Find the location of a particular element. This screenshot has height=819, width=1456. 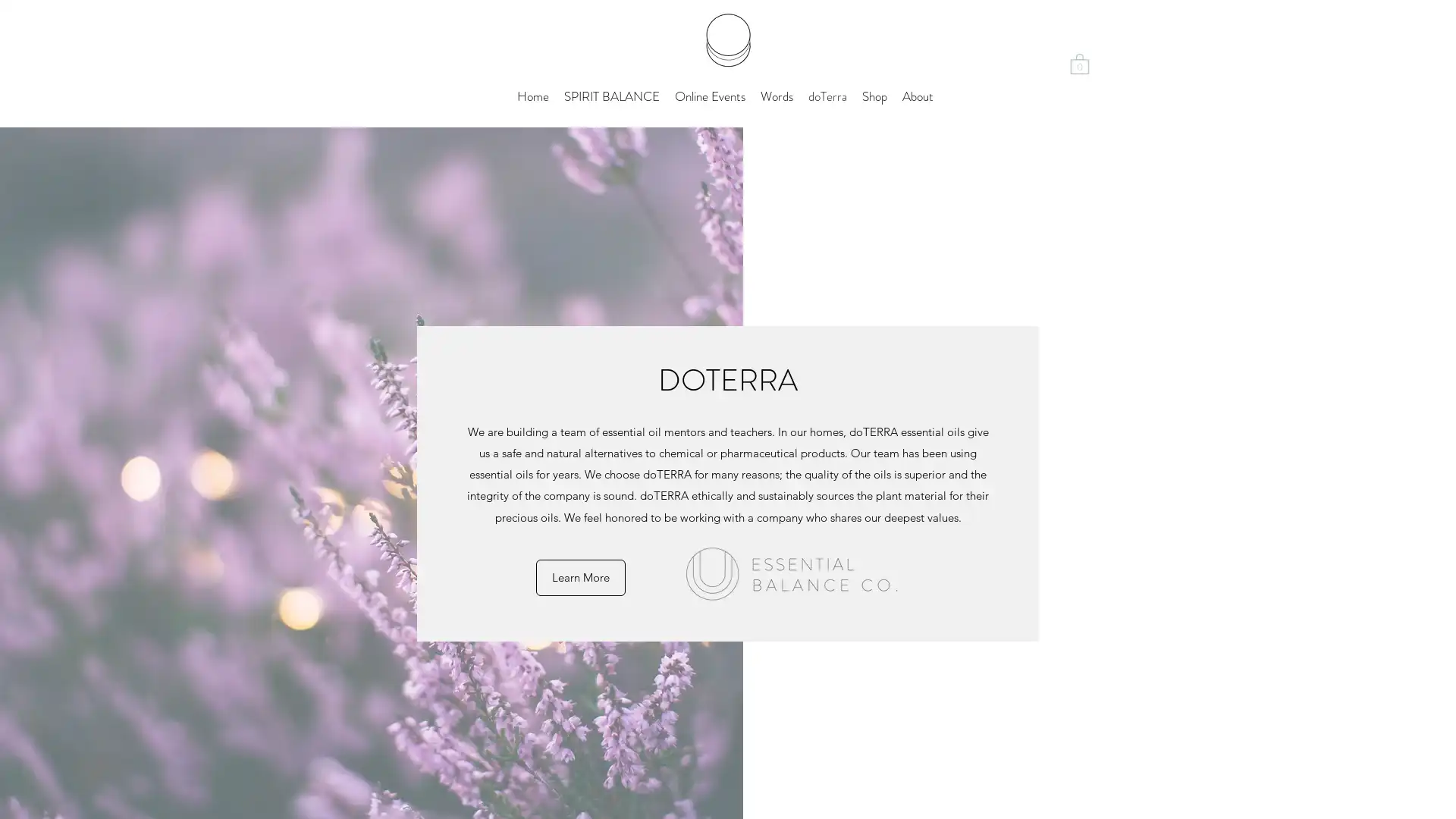

Cart with 0 items is located at coordinates (1079, 62).